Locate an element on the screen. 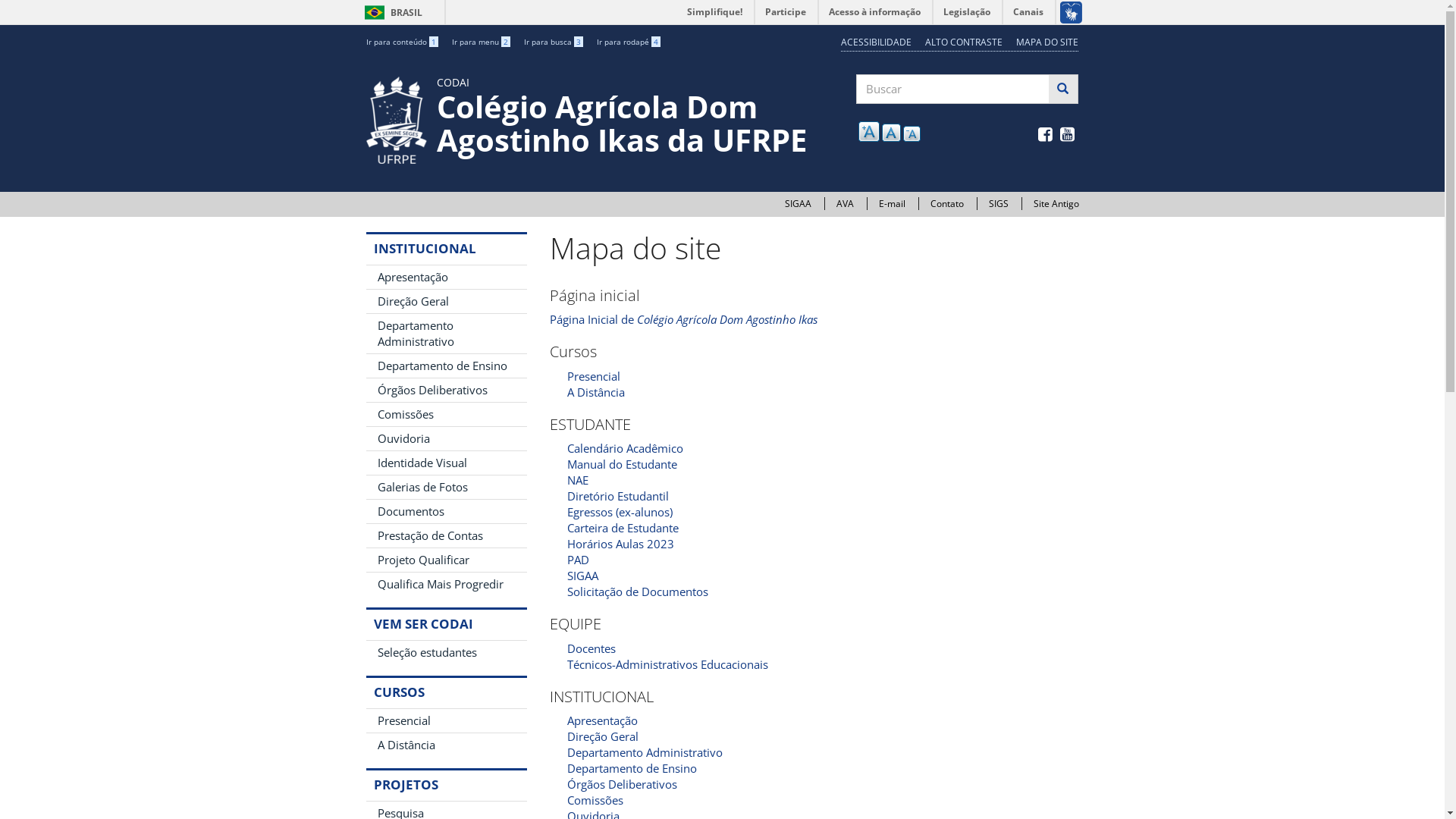 This screenshot has width=1456, height=819. 'Departamento Administrativo' is located at coordinates (445, 332).